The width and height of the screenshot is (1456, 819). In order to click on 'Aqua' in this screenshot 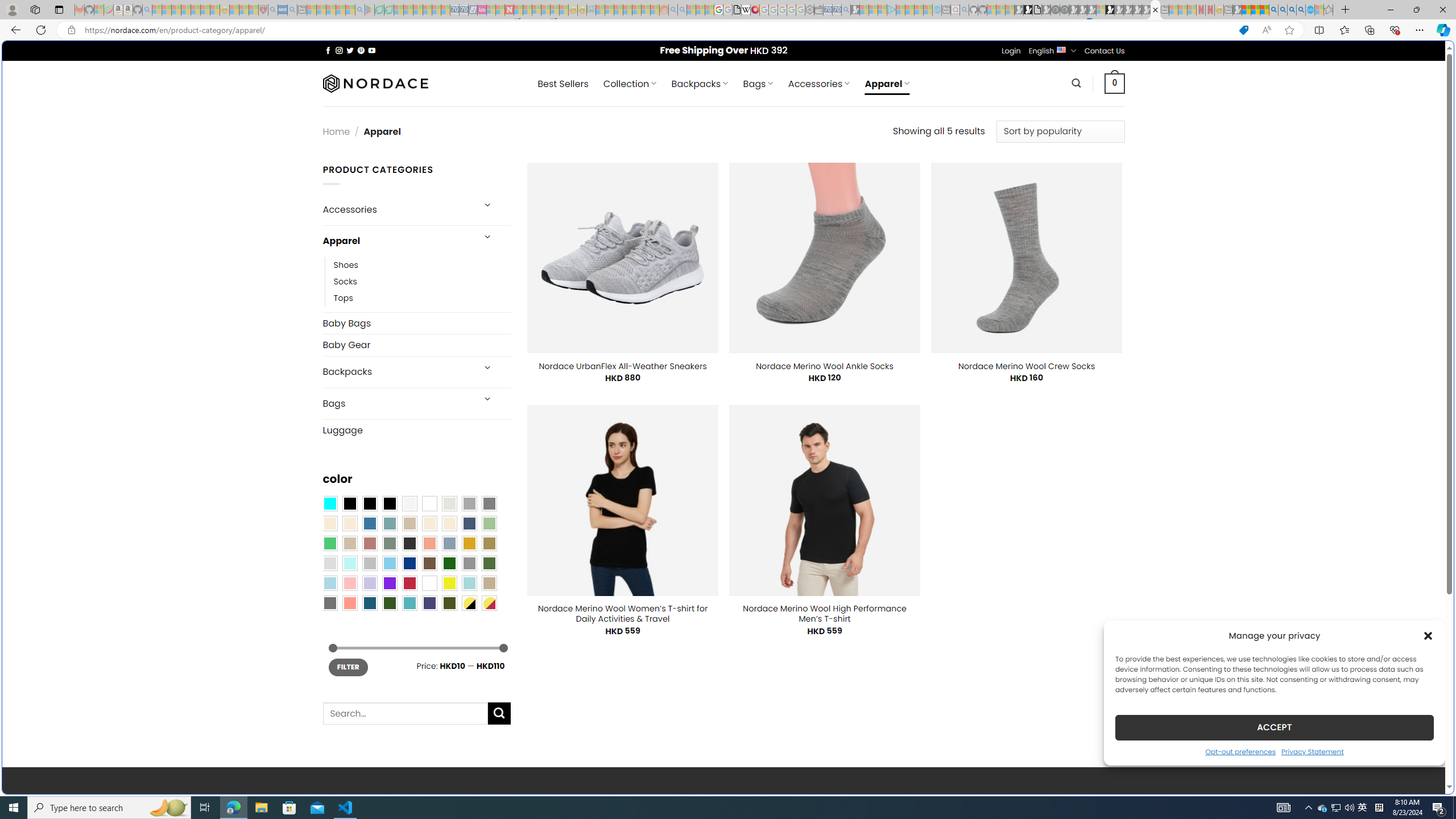, I will do `click(468, 583)`.